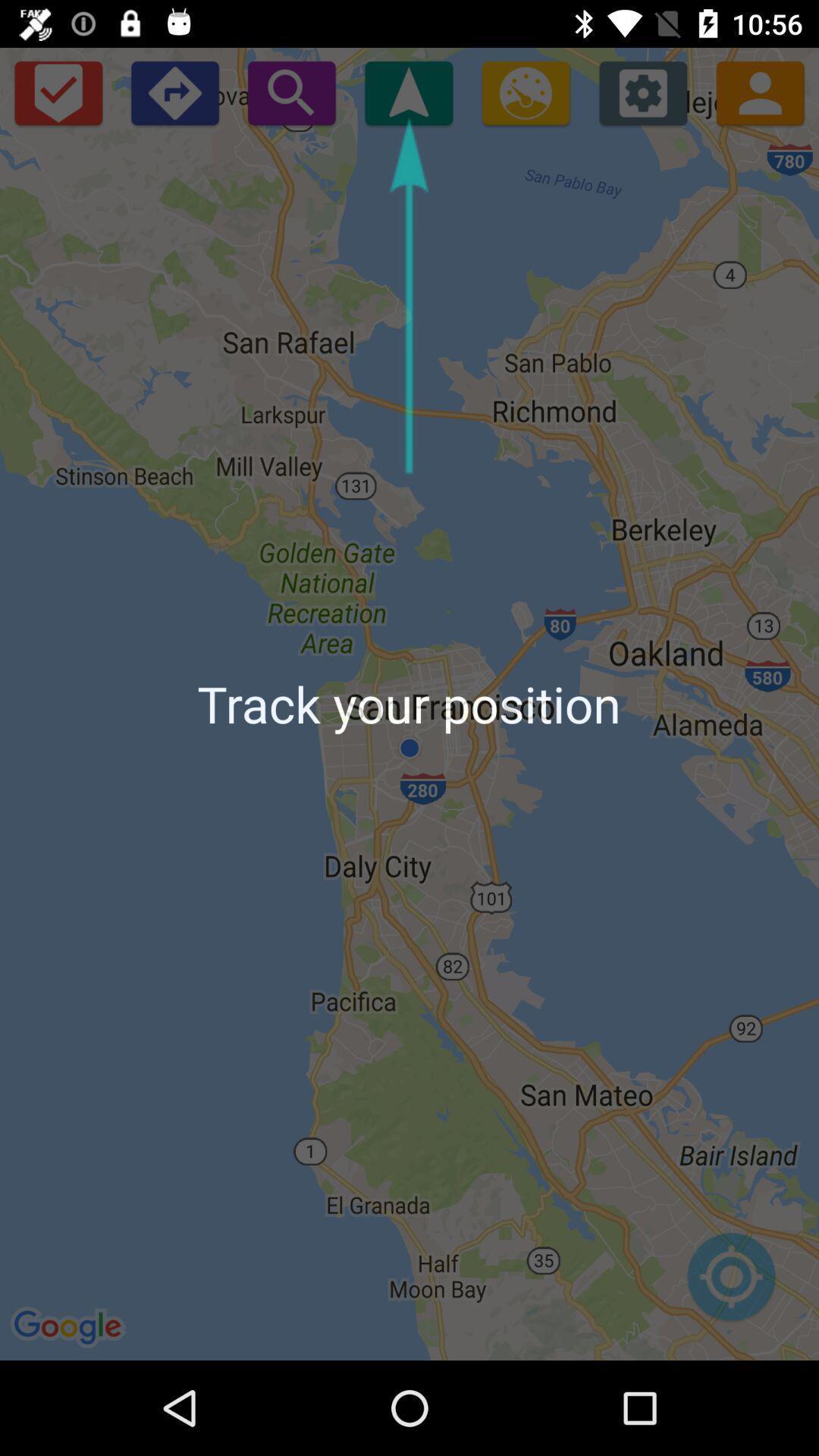  I want to click on the settings icon, so click(643, 92).